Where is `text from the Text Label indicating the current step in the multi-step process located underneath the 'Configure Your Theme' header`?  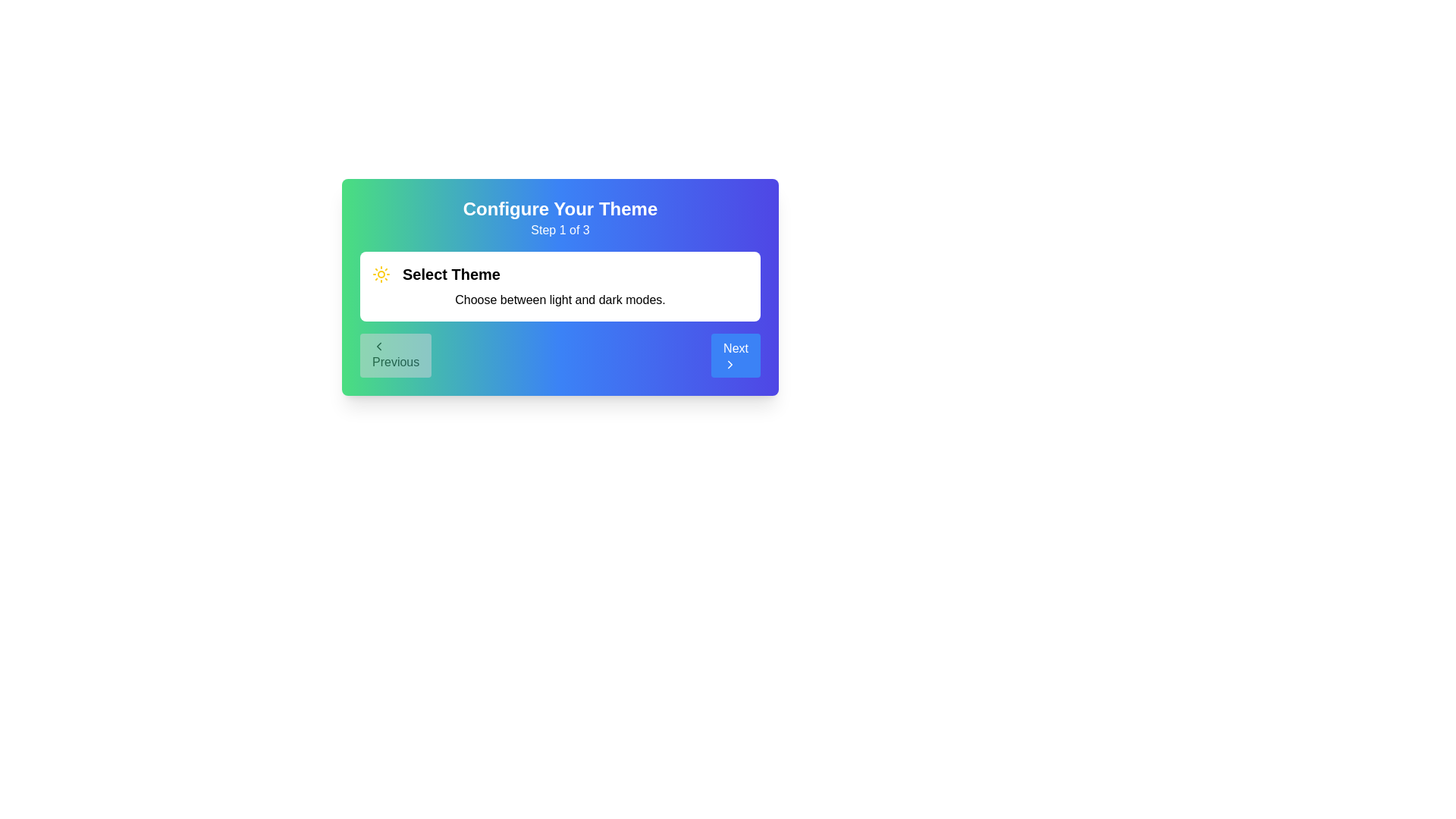
text from the Text Label indicating the current step in the multi-step process located underneath the 'Configure Your Theme' header is located at coordinates (560, 231).